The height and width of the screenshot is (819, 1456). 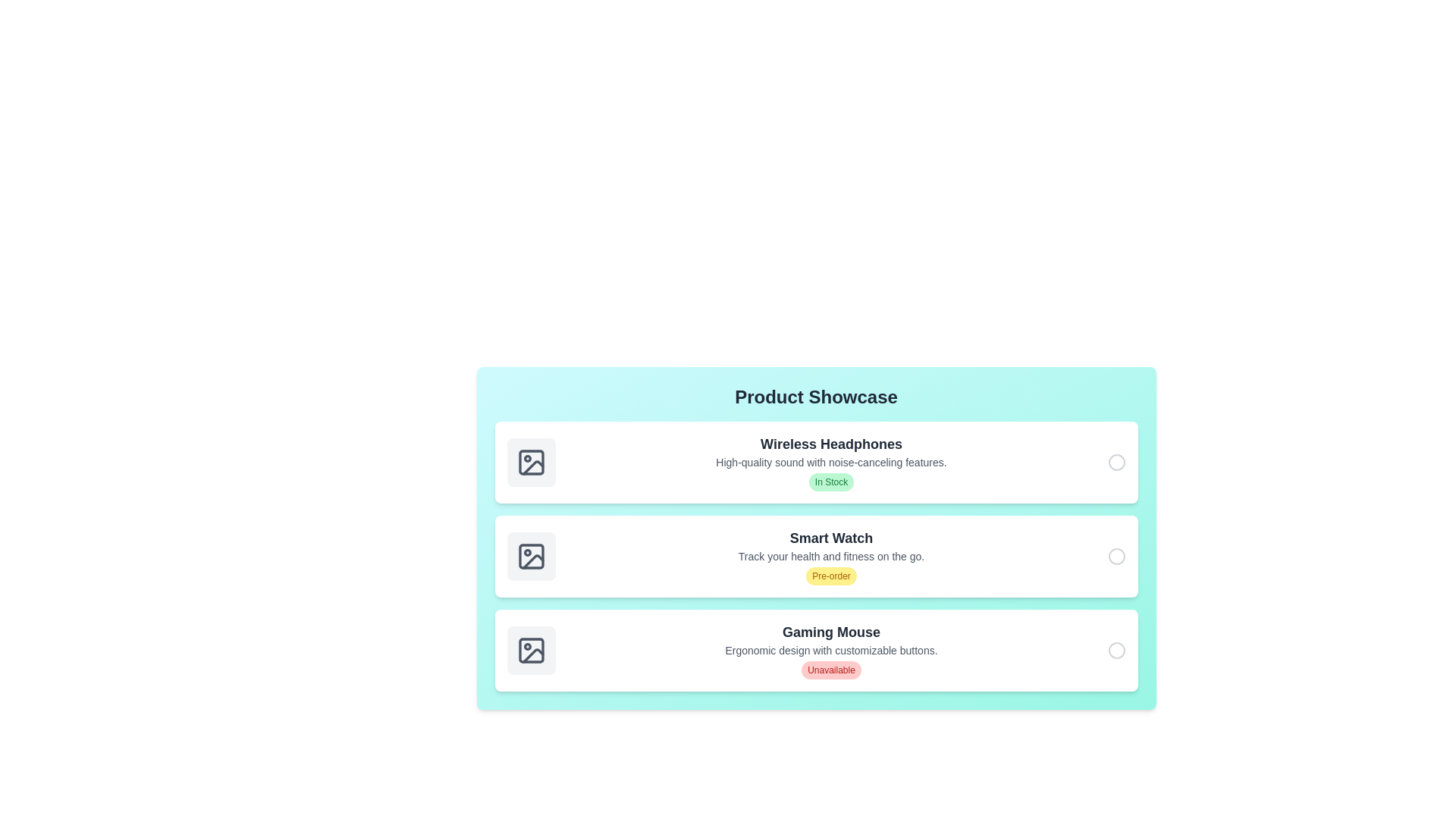 I want to click on the image placeholder for the product 'Wireless Headphones', so click(x=531, y=461).